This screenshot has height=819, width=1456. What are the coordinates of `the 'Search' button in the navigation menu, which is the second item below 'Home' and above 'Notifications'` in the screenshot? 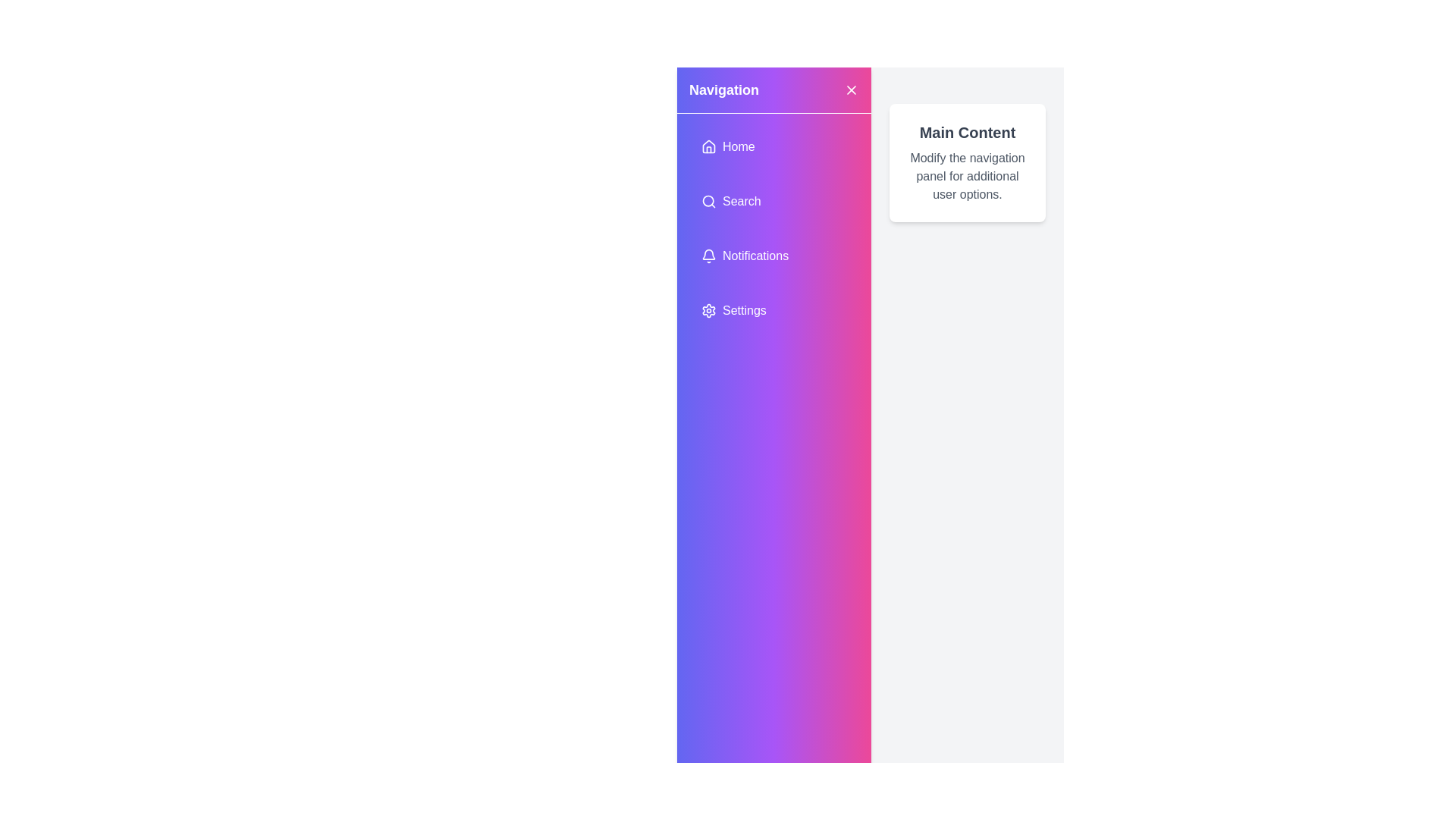 It's located at (731, 201).